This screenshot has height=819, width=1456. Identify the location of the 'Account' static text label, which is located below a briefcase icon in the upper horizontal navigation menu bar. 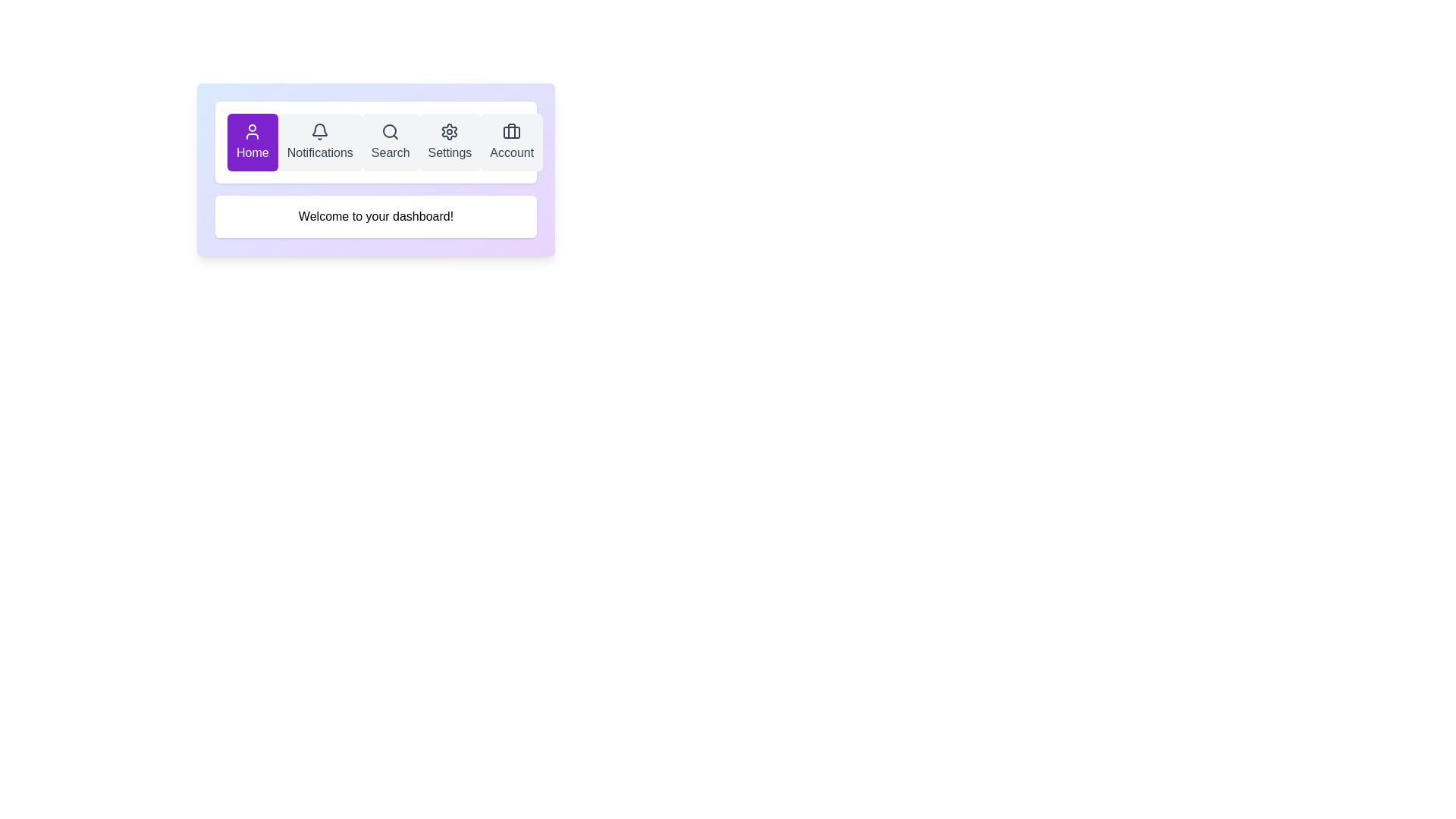
(512, 152).